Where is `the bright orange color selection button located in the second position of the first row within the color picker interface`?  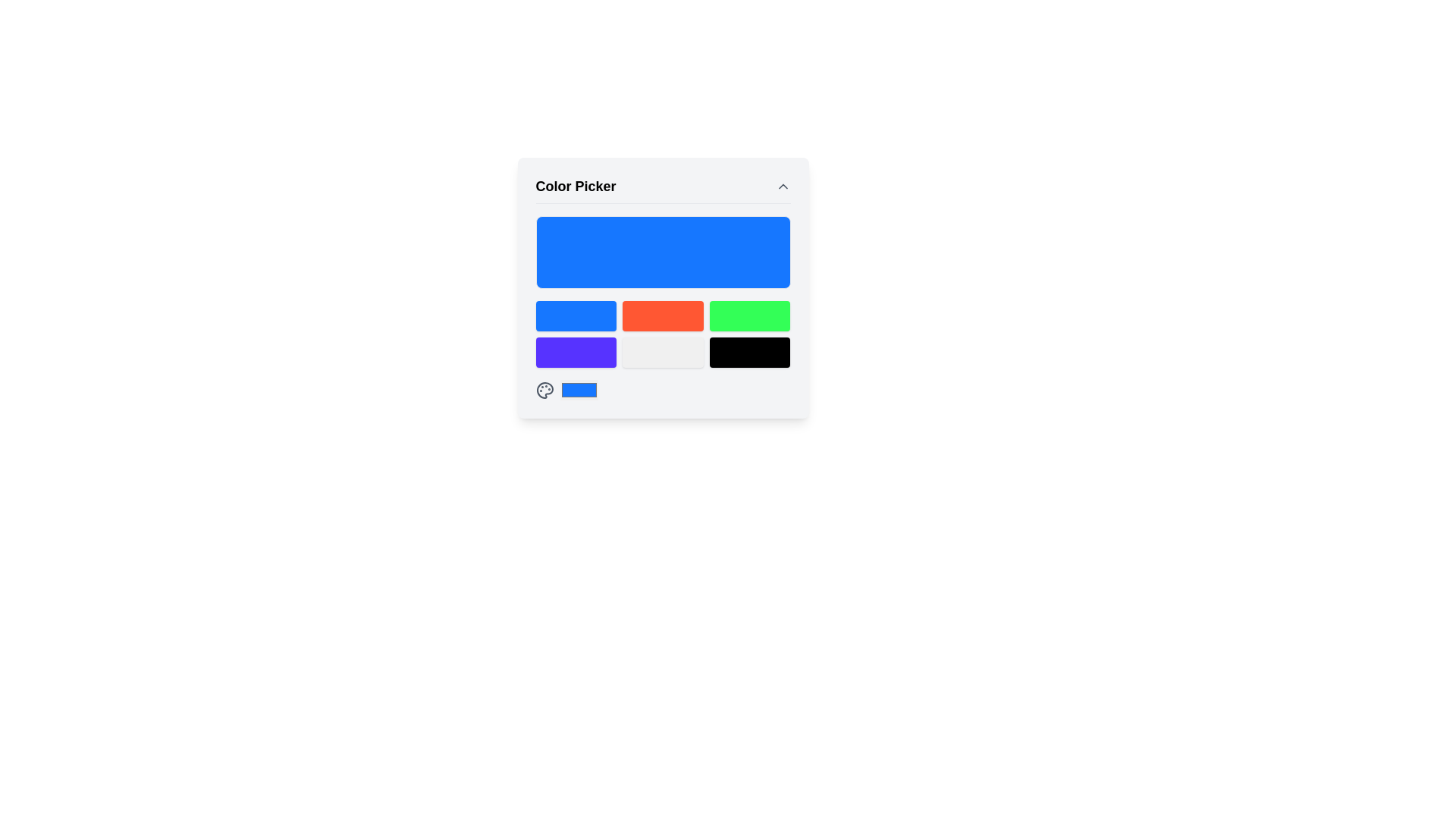
the bright orange color selection button located in the second position of the first row within the color picker interface is located at coordinates (663, 315).